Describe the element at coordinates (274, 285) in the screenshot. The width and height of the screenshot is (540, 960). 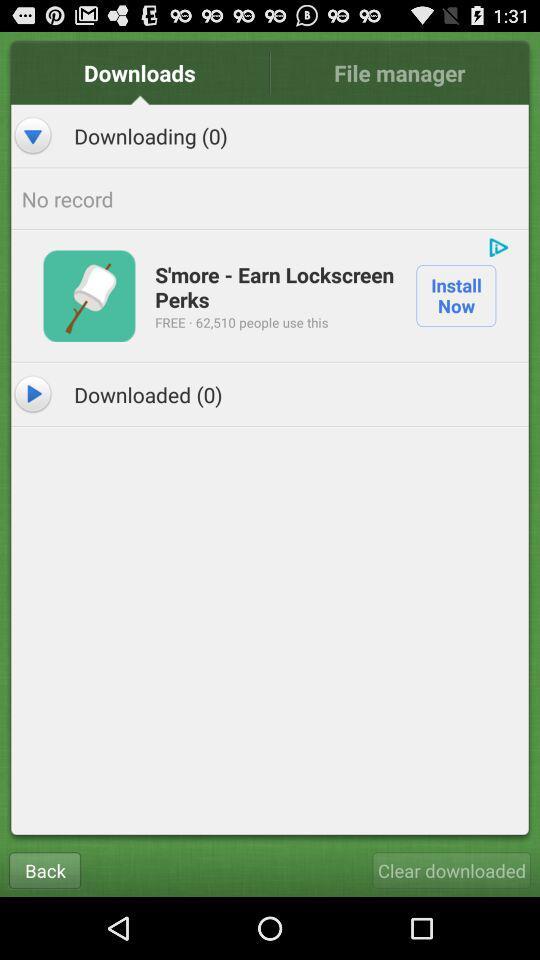
I see `the s more earn` at that location.